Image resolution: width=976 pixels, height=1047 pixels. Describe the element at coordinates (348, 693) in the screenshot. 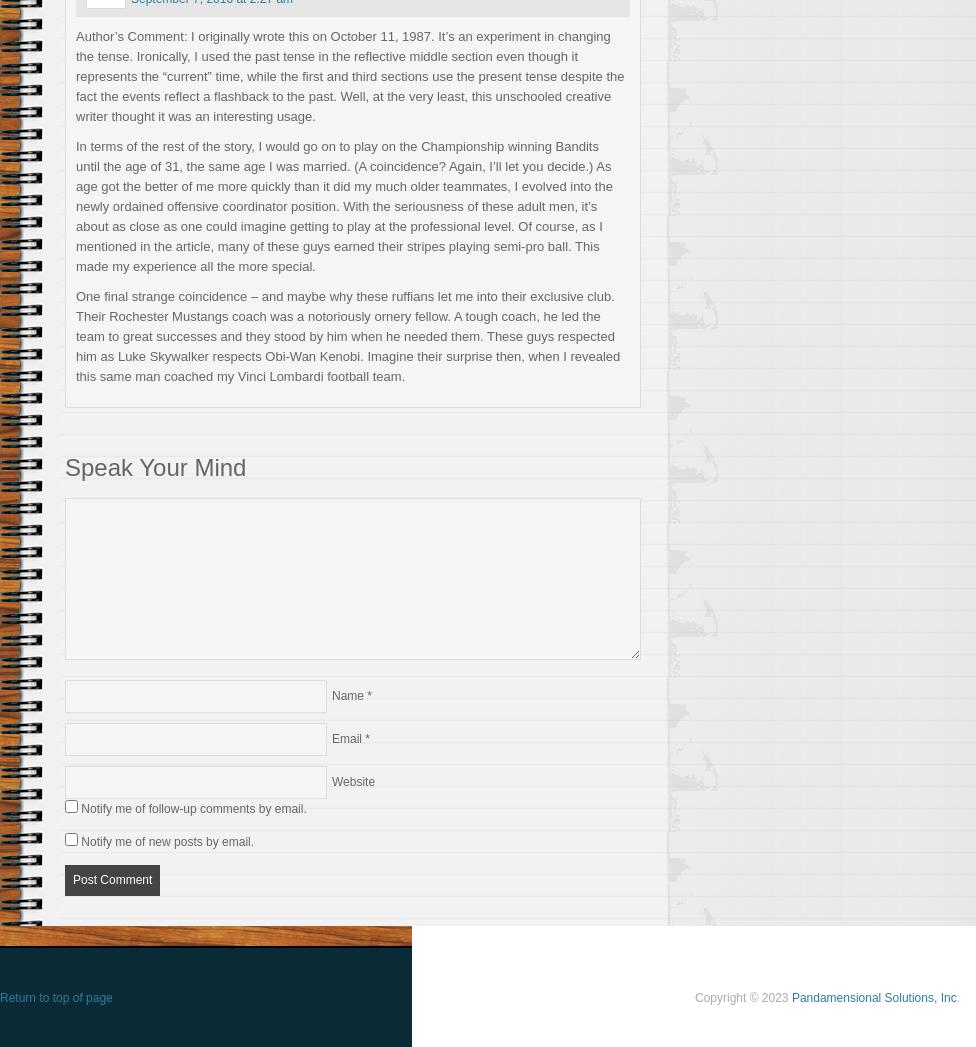

I see `'Name'` at that location.